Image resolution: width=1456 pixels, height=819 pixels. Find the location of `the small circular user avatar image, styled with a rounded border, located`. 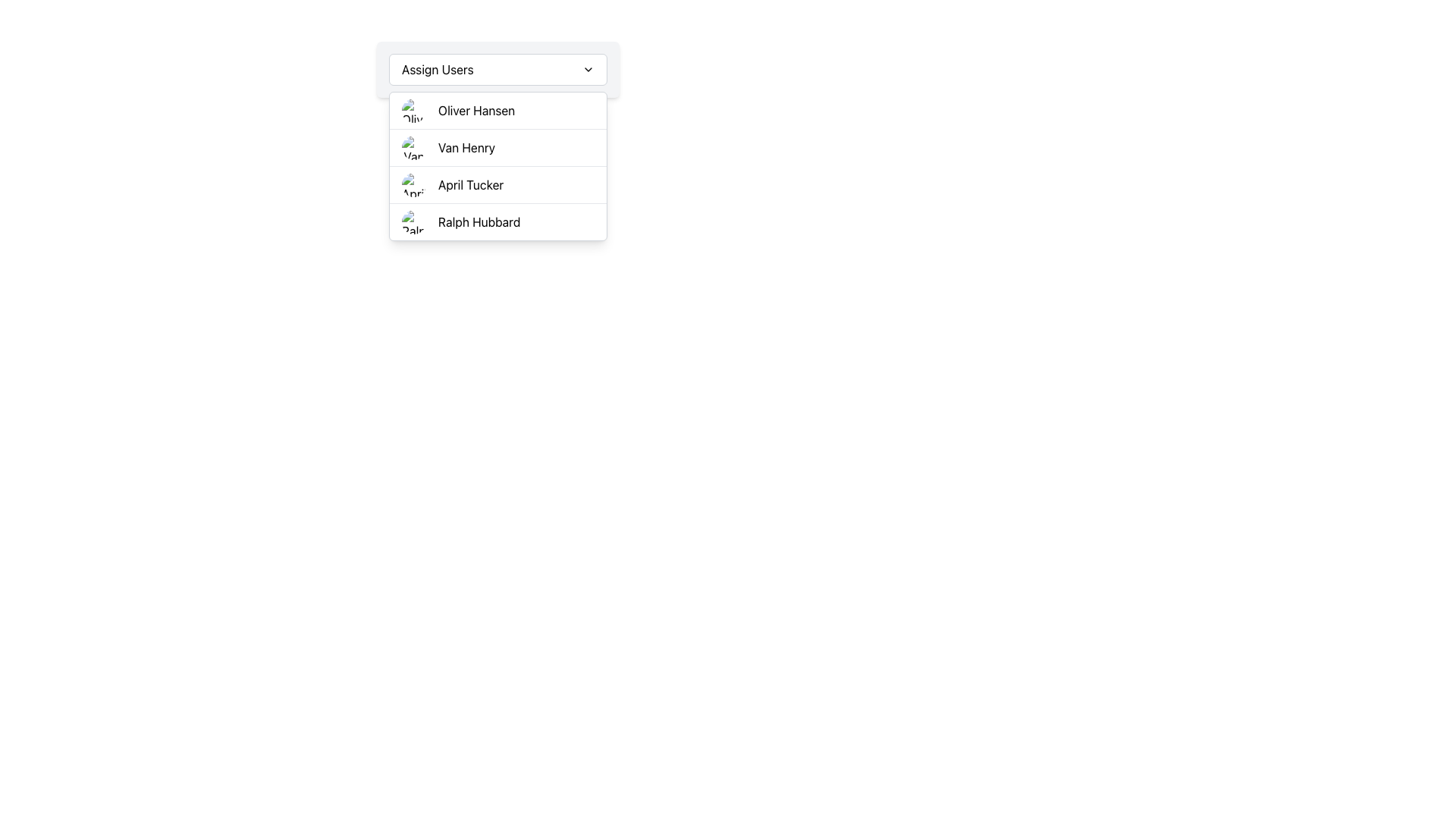

the small circular user avatar image, styled with a rounded border, located is located at coordinates (414, 184).